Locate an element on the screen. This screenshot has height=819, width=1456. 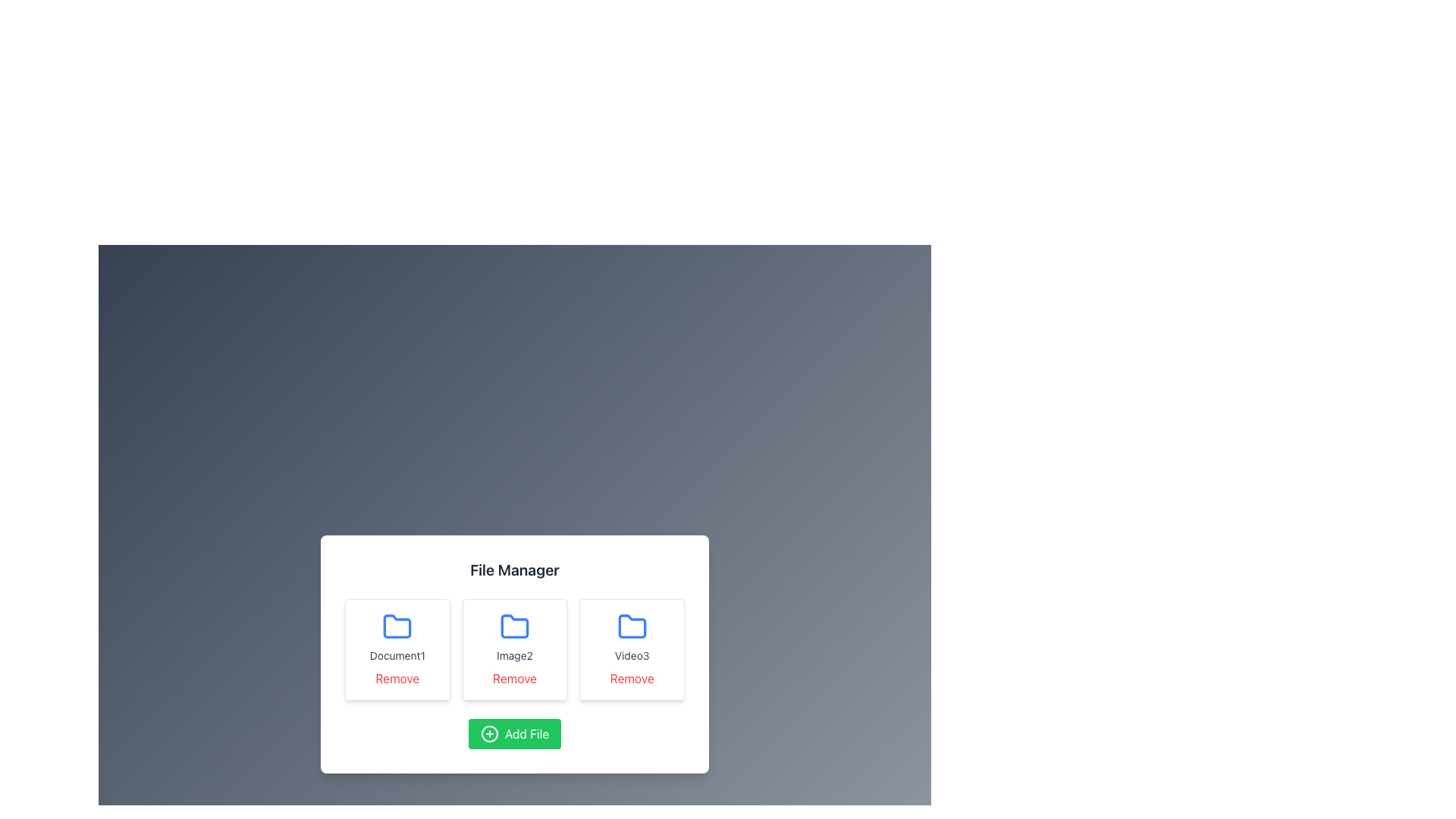
the 'Image2' card is located at coordinates (514, 648).